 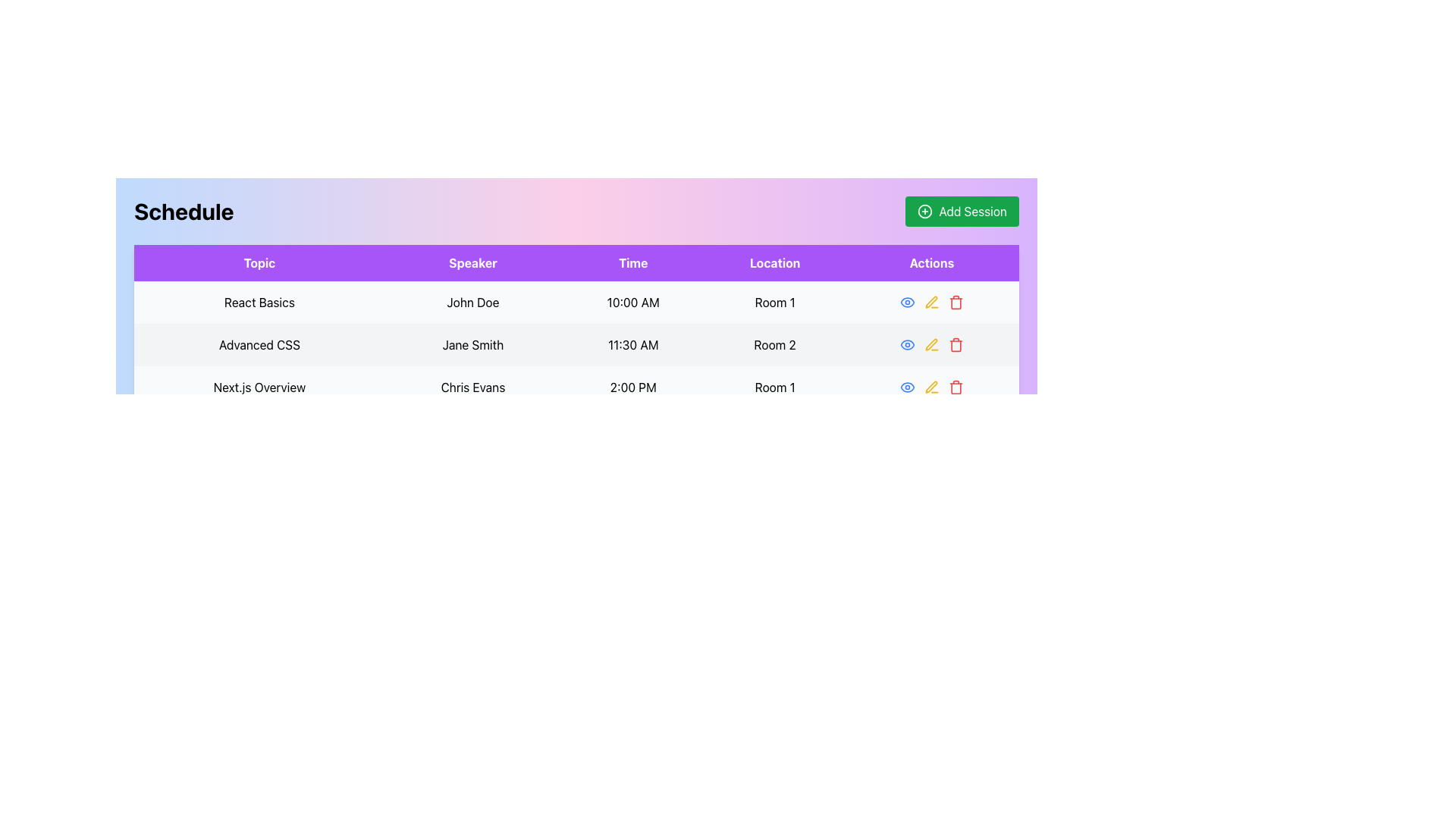 What do you see at coordinates (954, 345) in the screenshot?
I see `the delete icon button located in the 'Actions' column of the second row for 'Advanced CSS'` at bounding box center [954, 345].